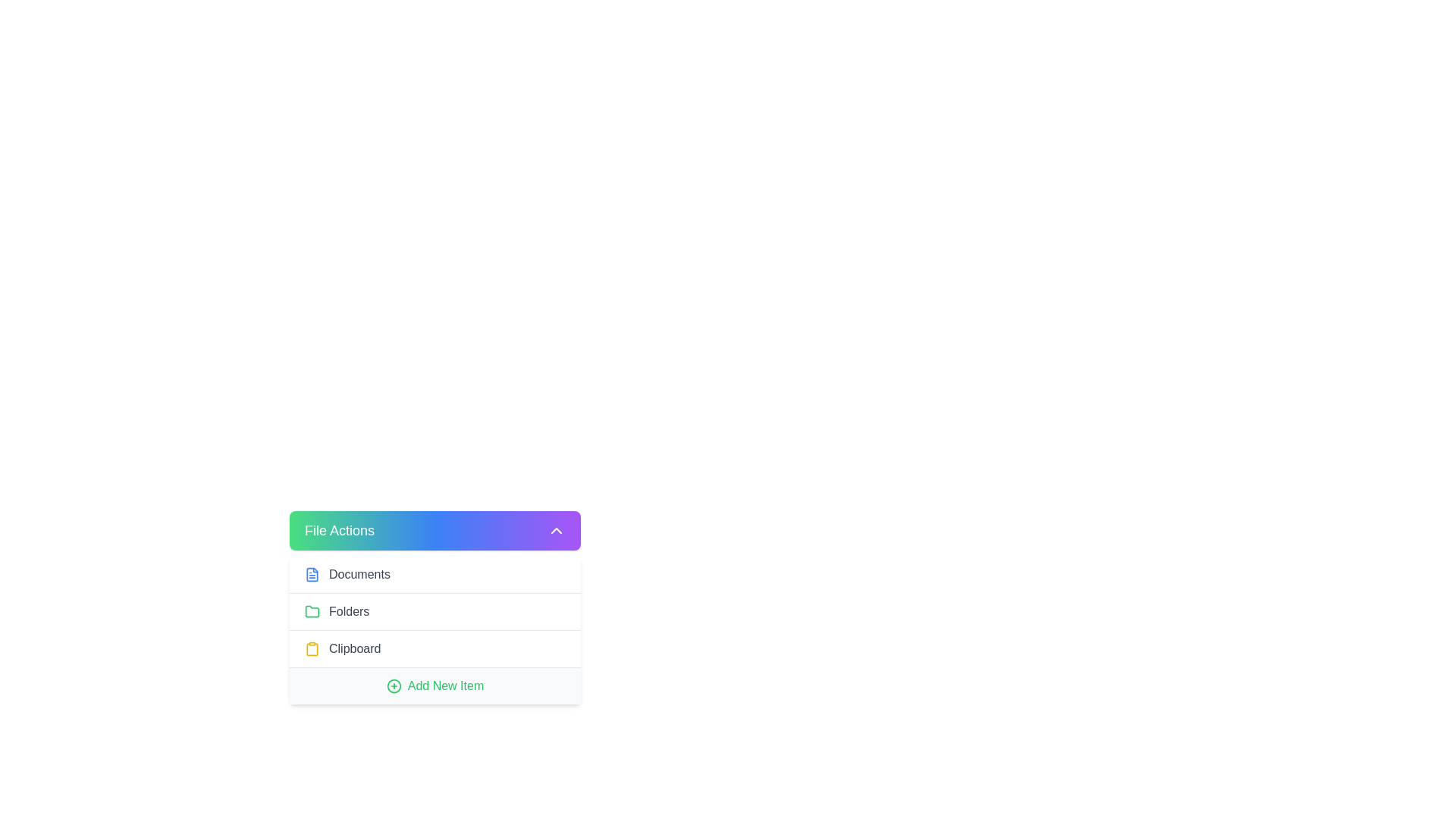  I want to click on the 'Add New Item' button, which is the fourth element under the 'File Actions' section, to potentially reveal additional information, so click(435, 685).